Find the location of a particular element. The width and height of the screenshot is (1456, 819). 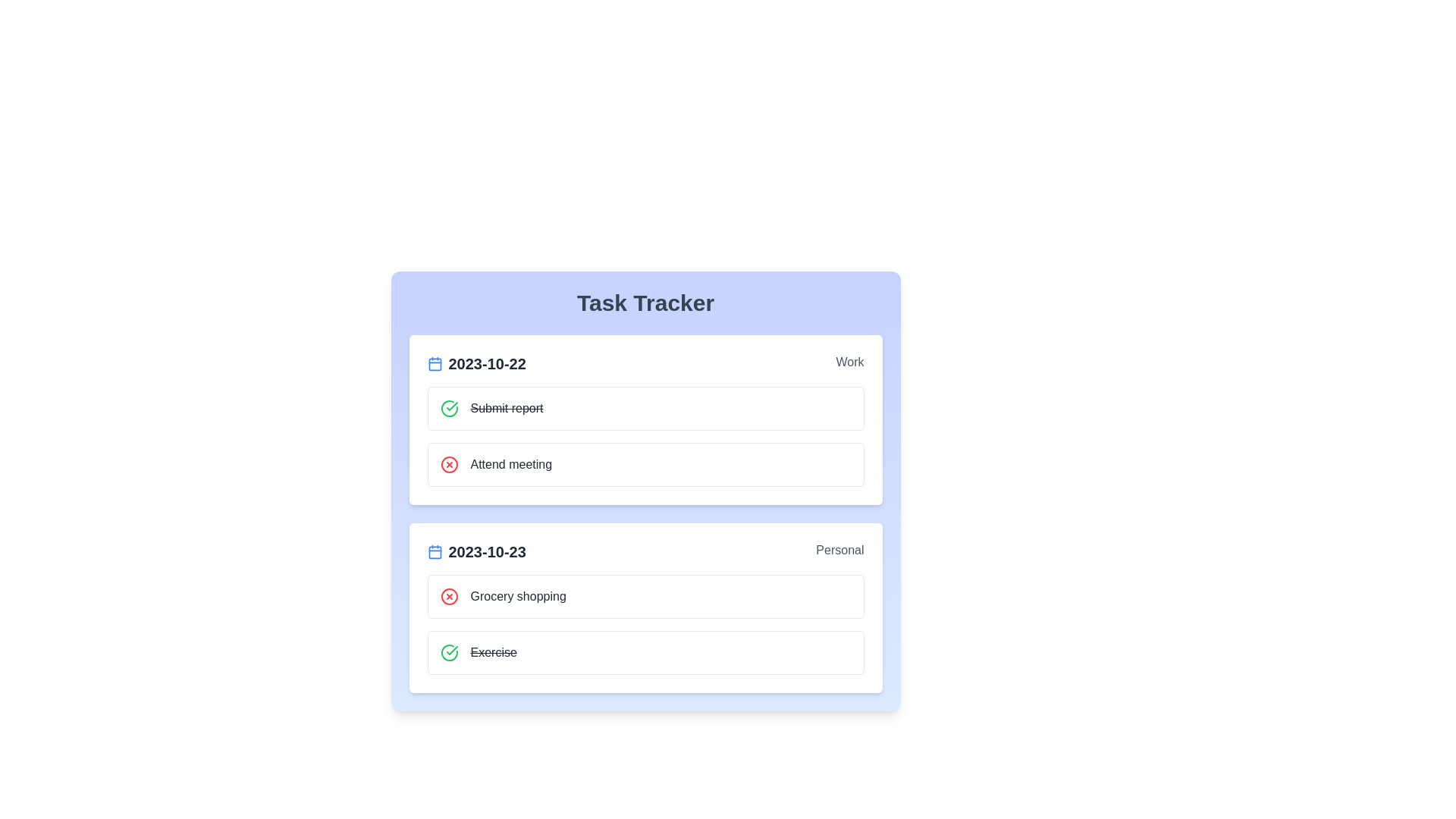

the task 'Attend meeting' to edit its description is located at coordinates (511, 464).